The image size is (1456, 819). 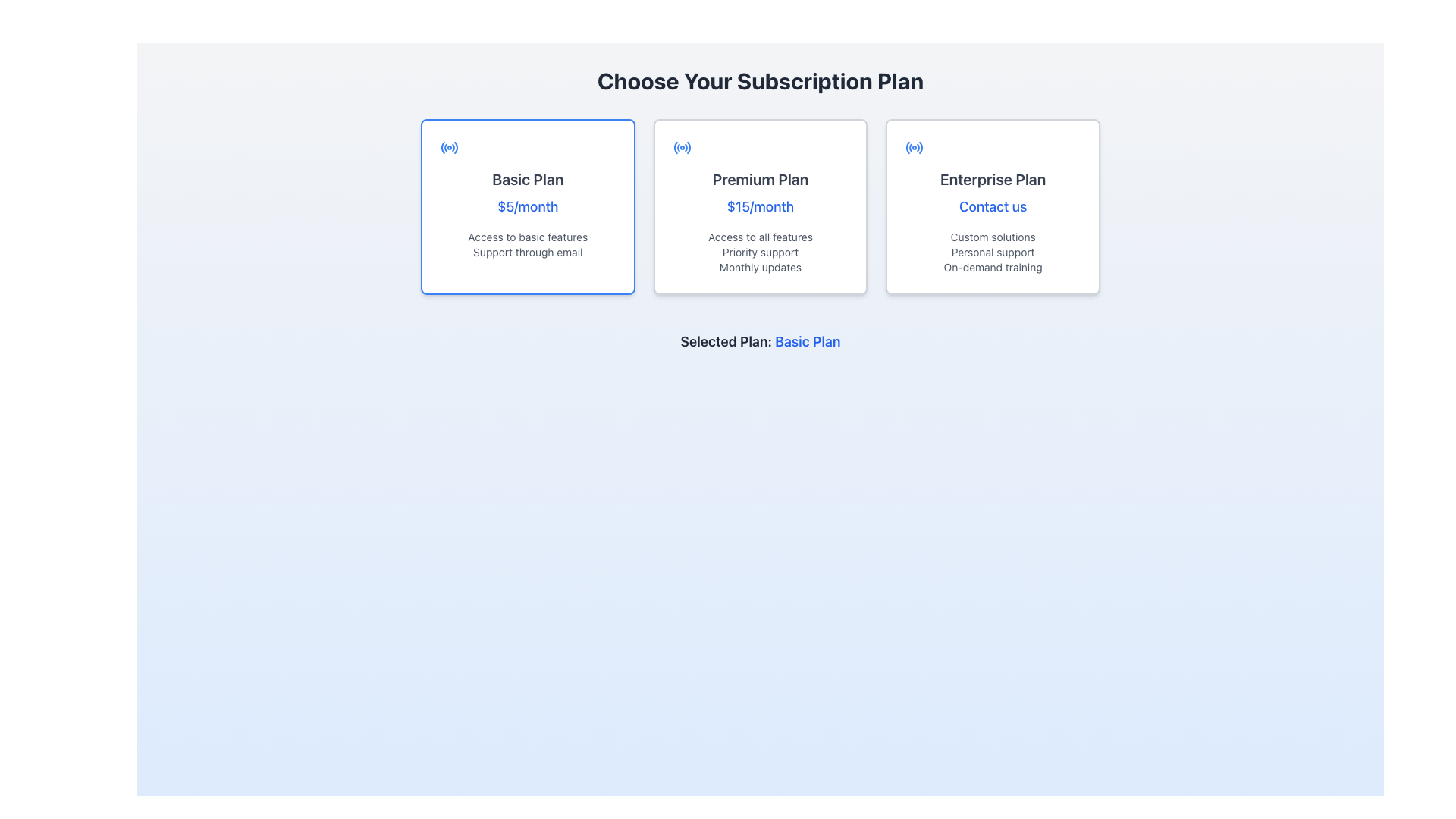 I want to click on the 'Personal support' label, which is the second item in the feature list of the 'Enterprise Plan' card located in the center-right area of the interface, so click(x=993, y=251).